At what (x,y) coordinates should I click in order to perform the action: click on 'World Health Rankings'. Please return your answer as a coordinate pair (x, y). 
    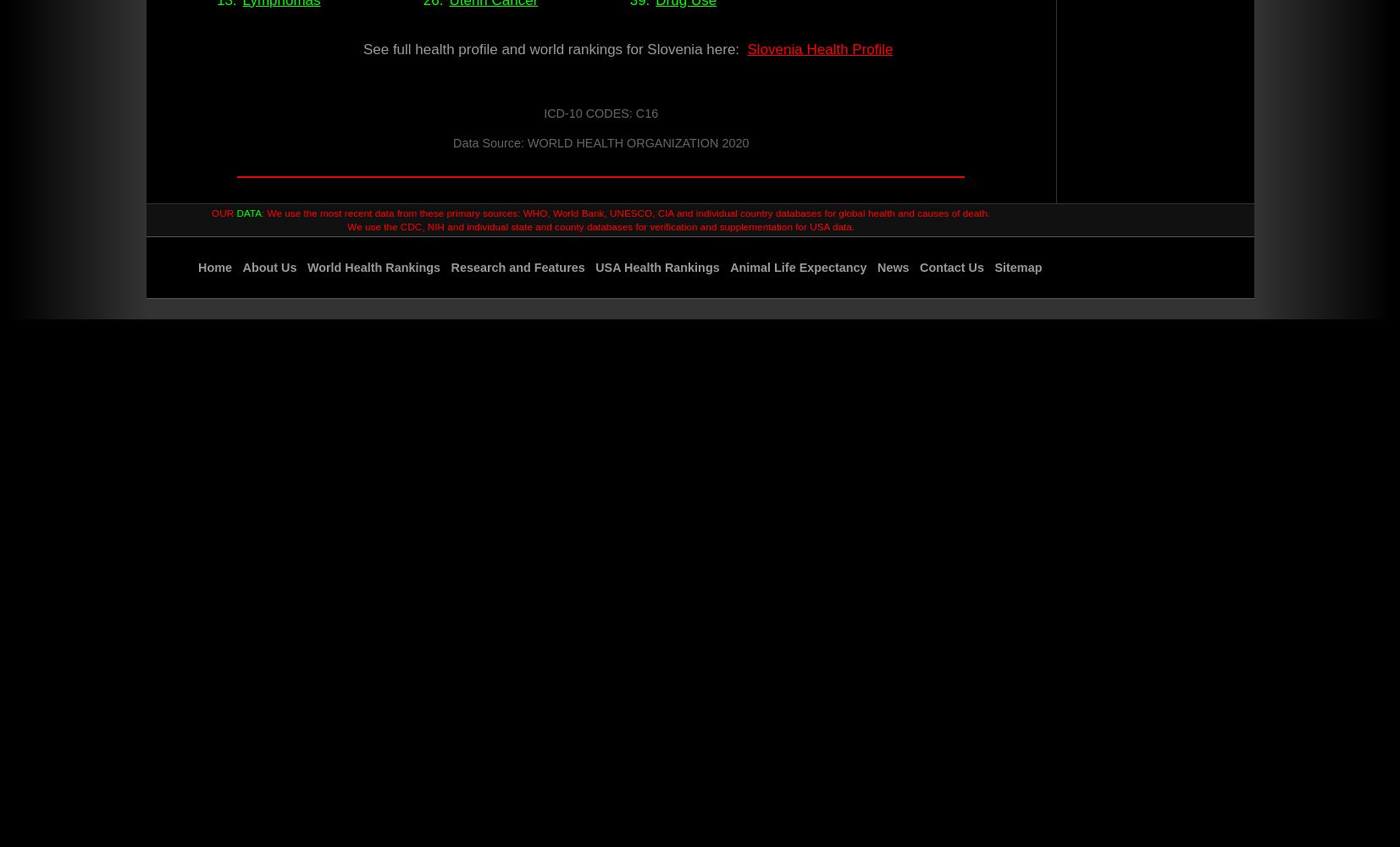
    Looking at the image, I should click on (306, 266).